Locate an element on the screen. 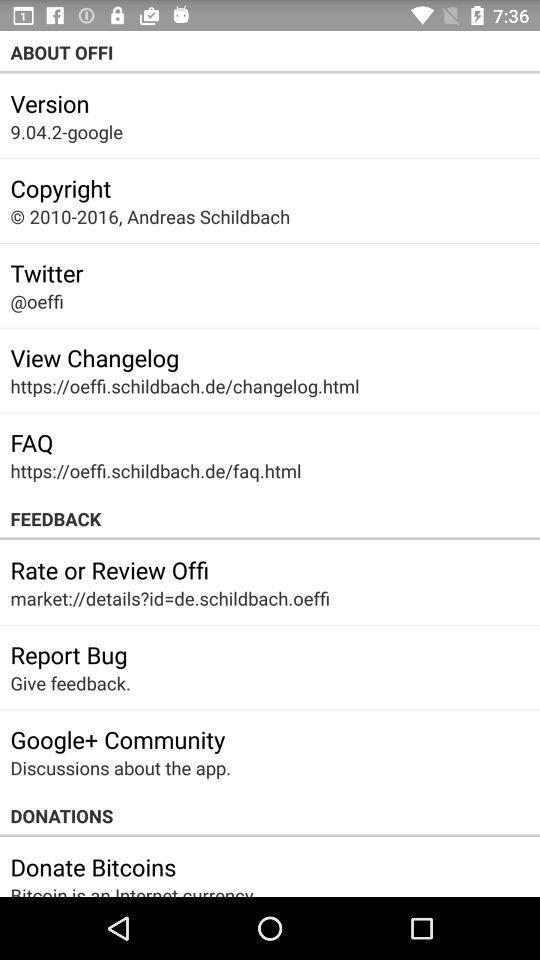  the icon below version is located at coordinates (66, 131).